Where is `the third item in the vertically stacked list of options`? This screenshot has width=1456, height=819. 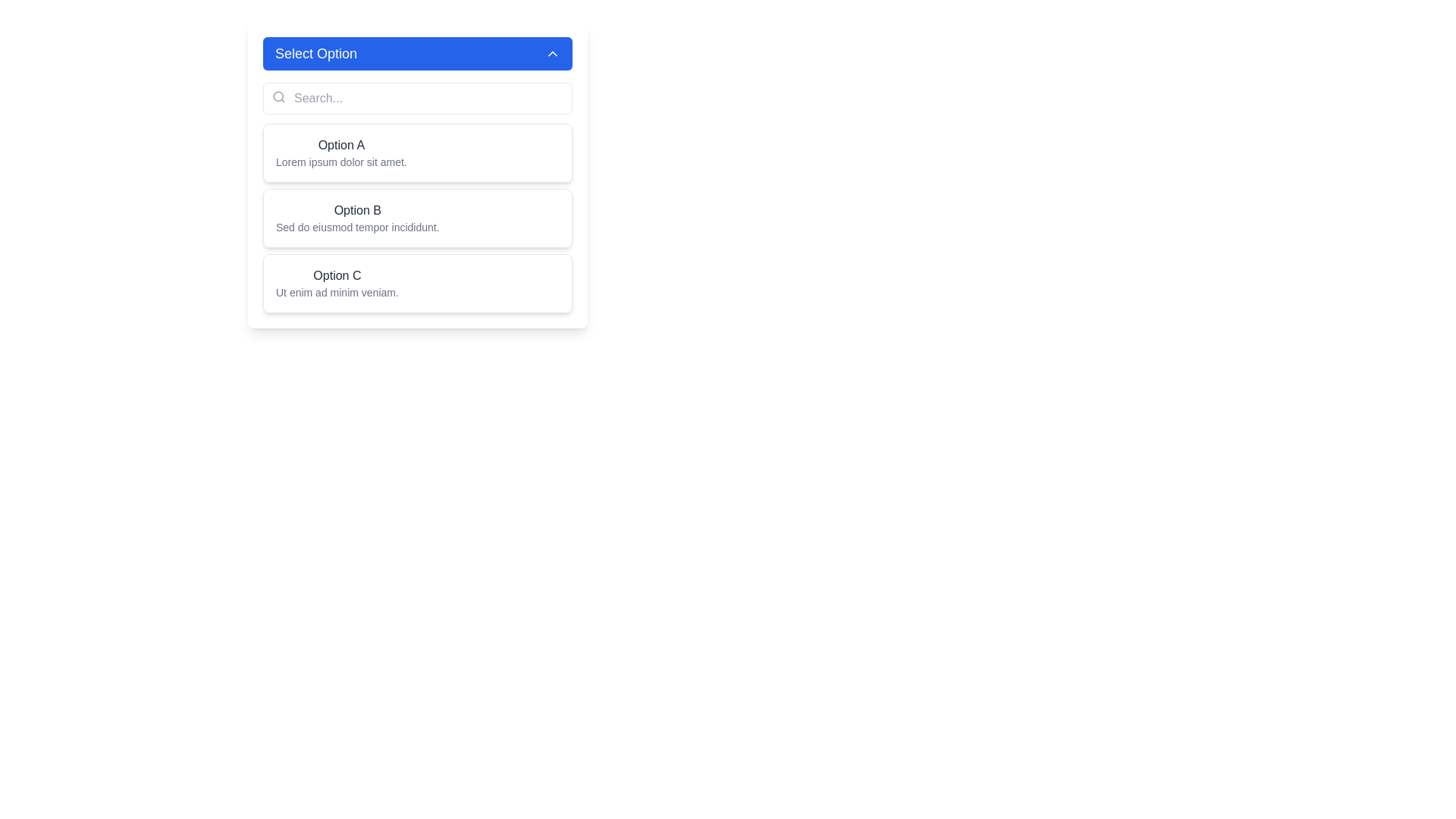 the third item in the vertically stacked list of options is located at coordinates (336, 284).